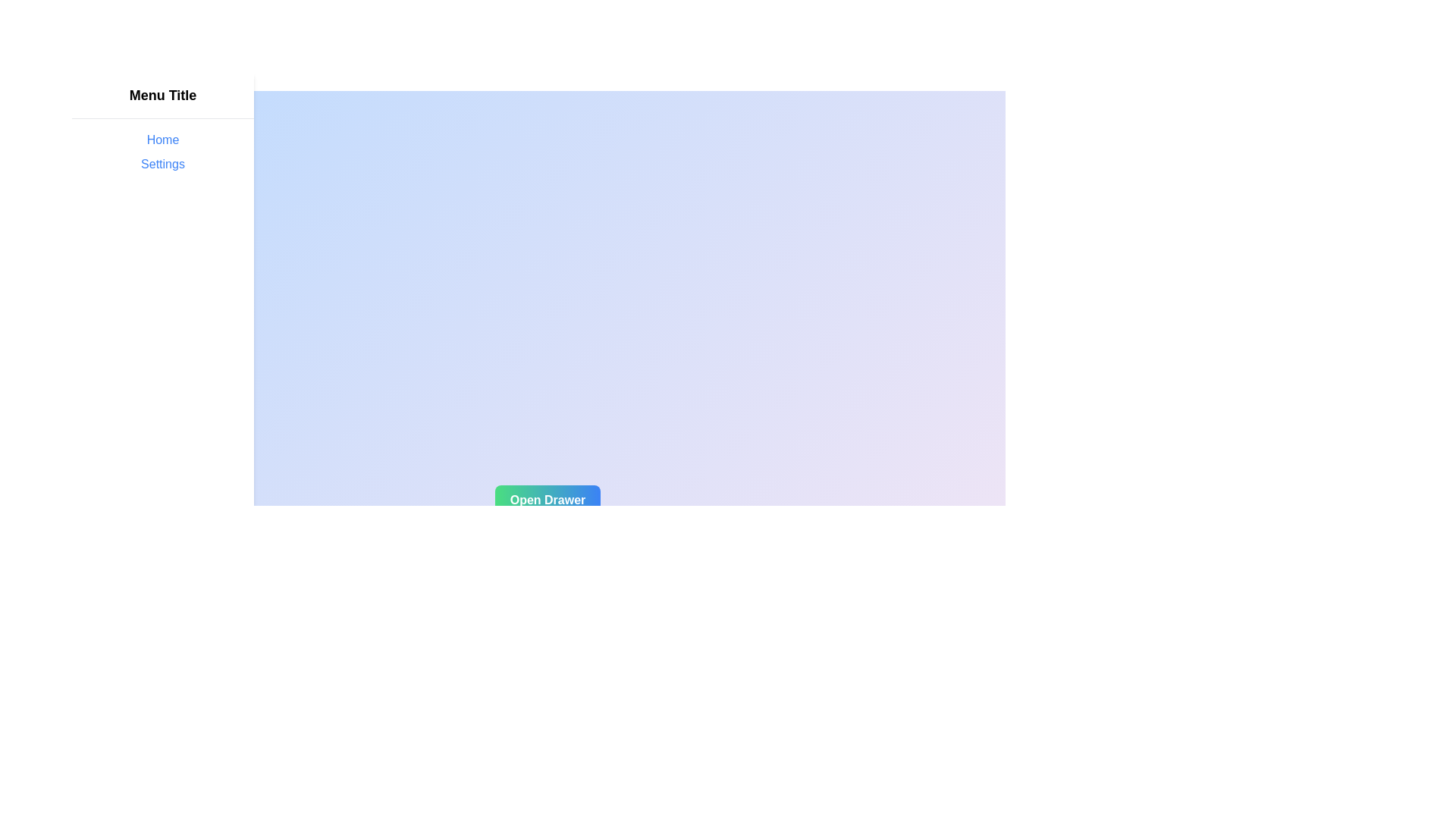 Image resolution: width=1456 pixels, height=819 pixels. Describe the element at coordinates (547, 500) in the screenshot. I see `'Open Drawer' button to open the drawer` at that location.